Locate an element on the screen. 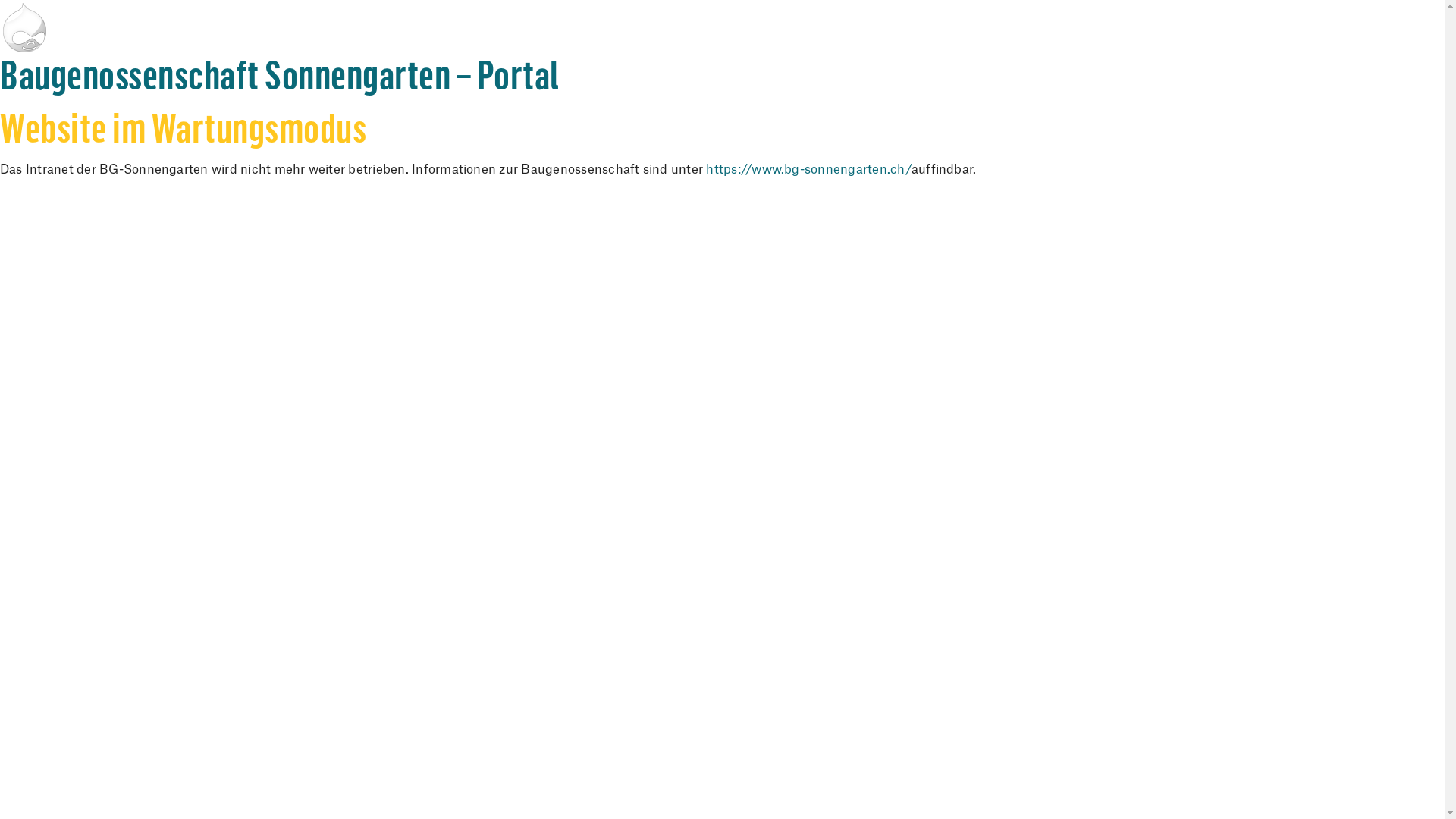 The width and height of the screenshot is (1456, 819). 'https://www.bg-sonnengarten.ch/' is located at coordinates (807, 169).